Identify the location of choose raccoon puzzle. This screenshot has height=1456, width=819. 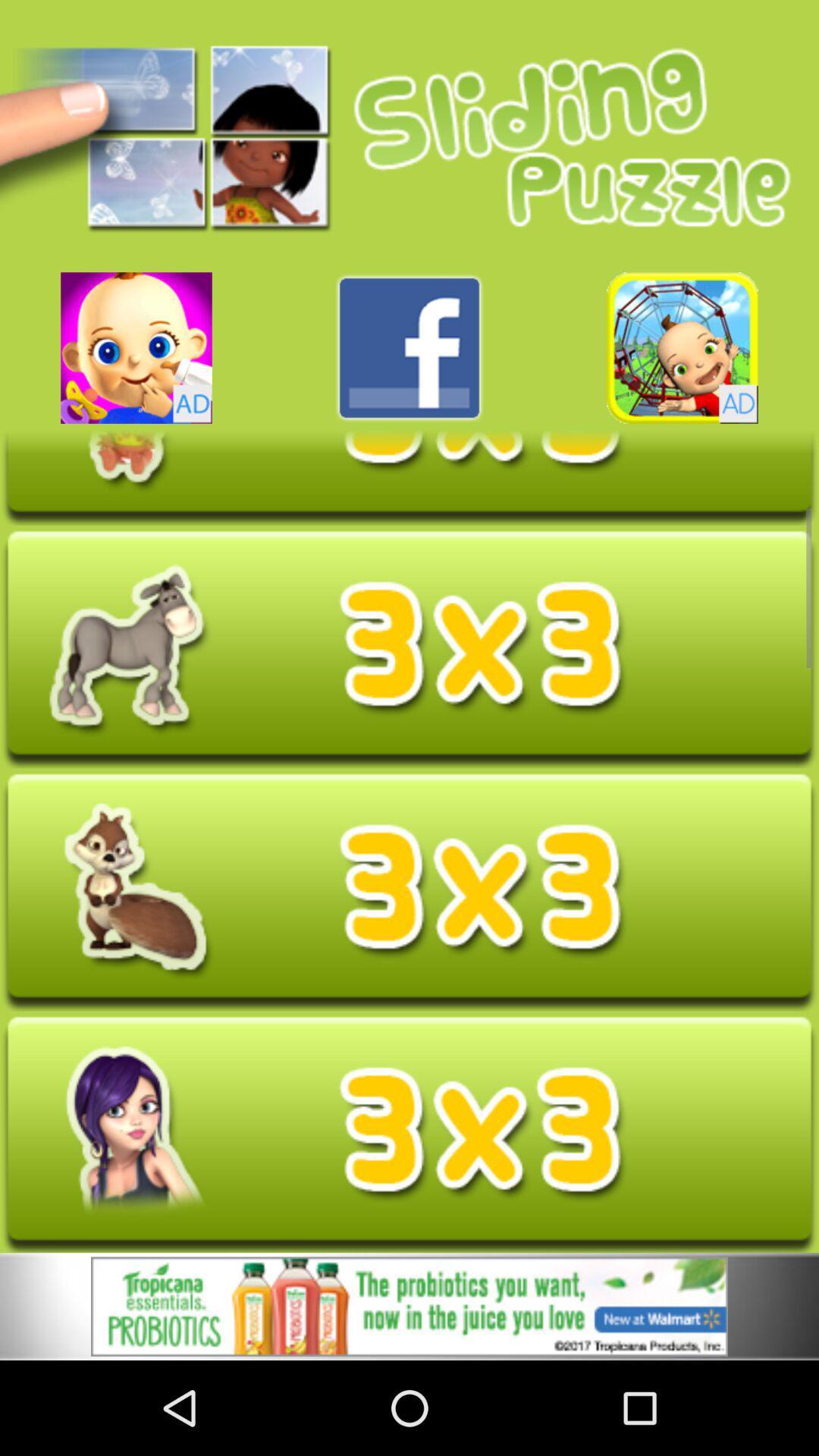
(409, 892).